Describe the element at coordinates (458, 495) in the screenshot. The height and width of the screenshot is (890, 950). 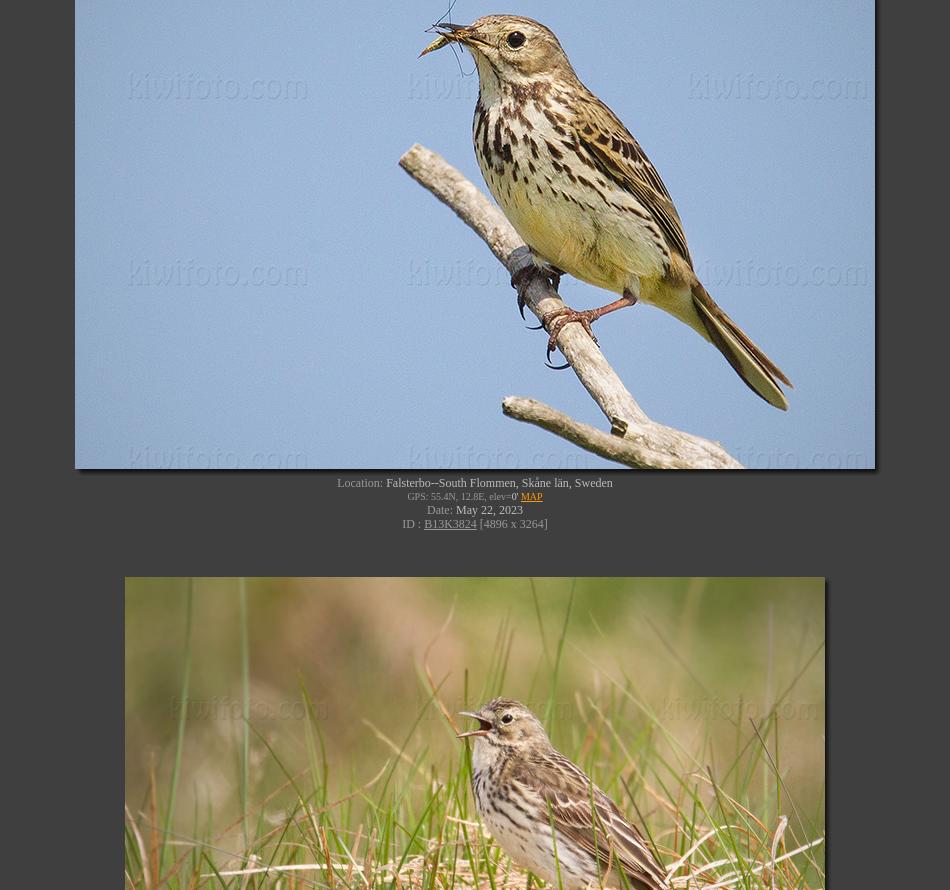
I see `'GPS: 55.4N, 12.8E, elev='` at that location.